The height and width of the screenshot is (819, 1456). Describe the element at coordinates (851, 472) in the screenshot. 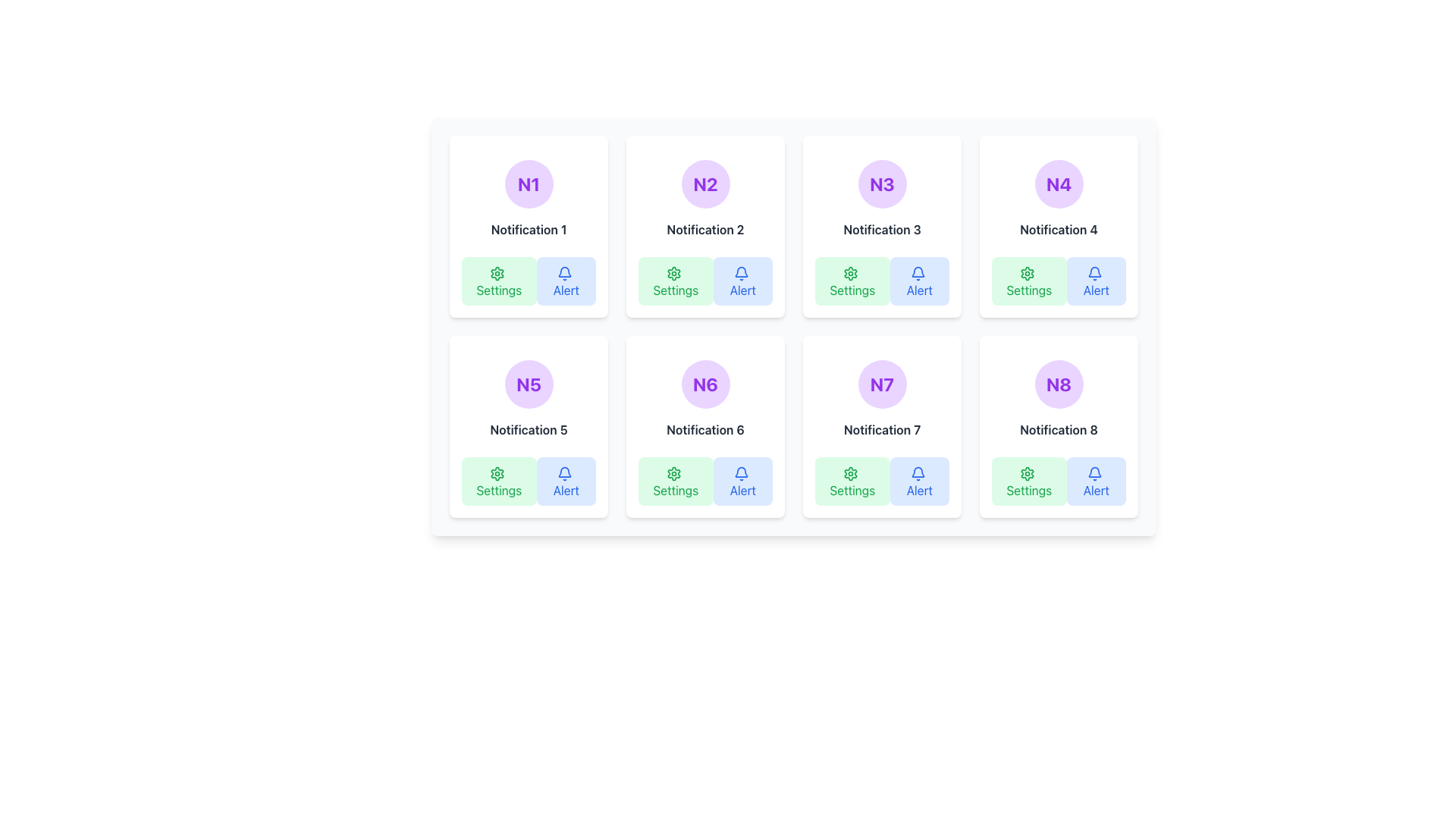

I see `the settings icon located in the lower-left corner of the seventh notification card, adjacent to the 'Alert' button` at that location.